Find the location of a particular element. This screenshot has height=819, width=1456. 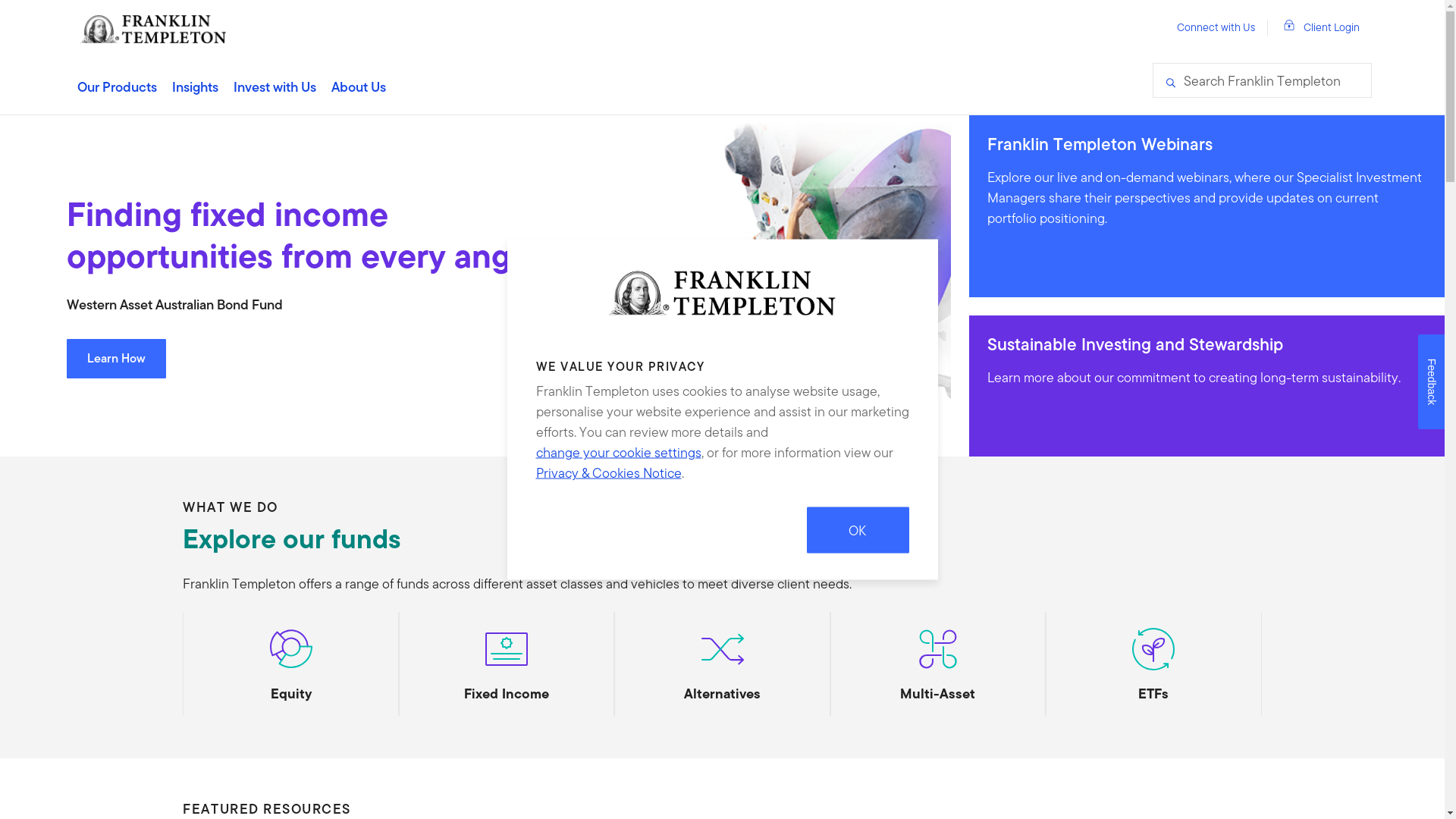

'Our Products' is located at coordinates (72, 86).